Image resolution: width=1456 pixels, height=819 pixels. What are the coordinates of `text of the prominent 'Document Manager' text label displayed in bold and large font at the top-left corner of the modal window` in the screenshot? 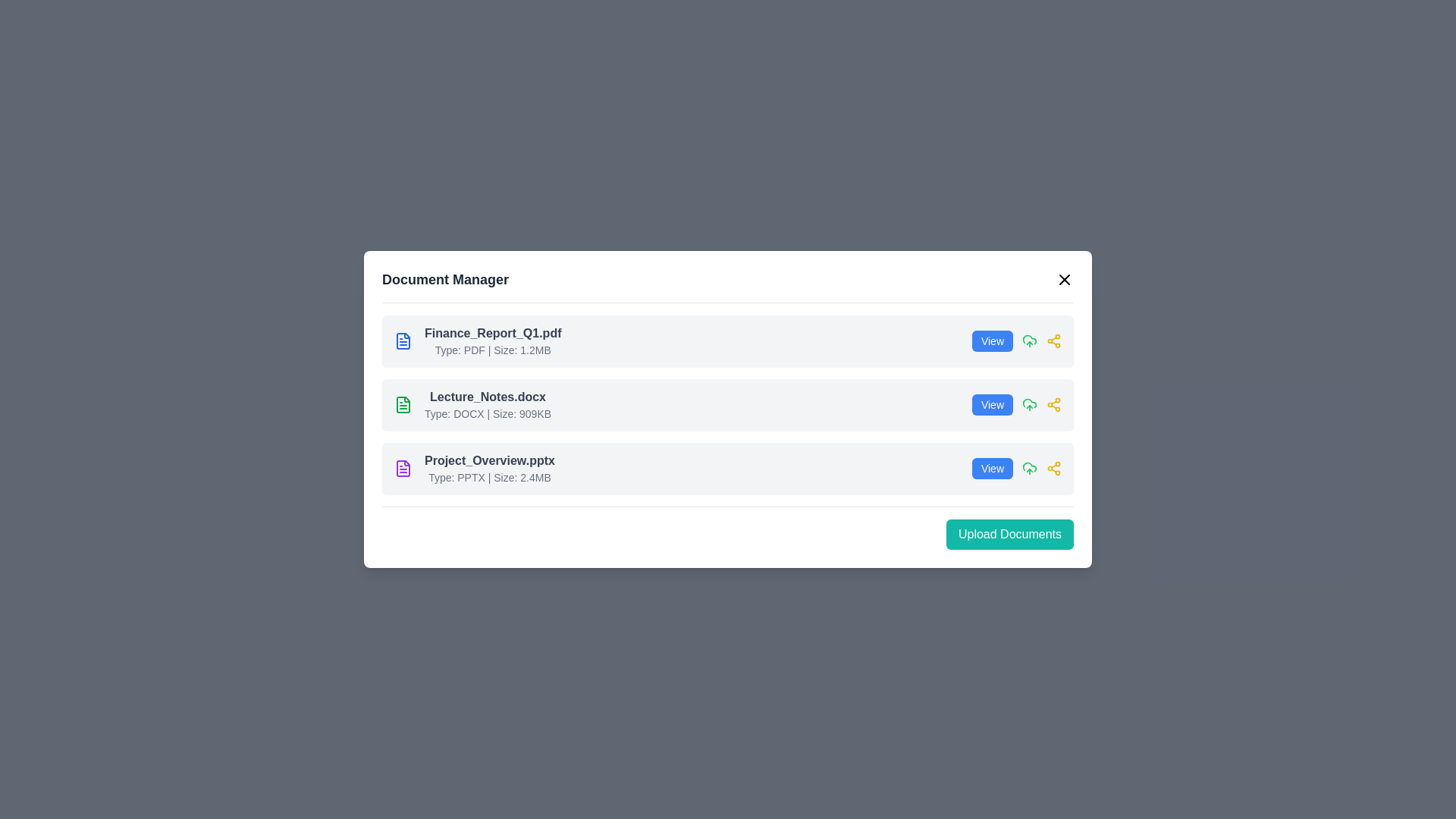 It's located at (444, 280).